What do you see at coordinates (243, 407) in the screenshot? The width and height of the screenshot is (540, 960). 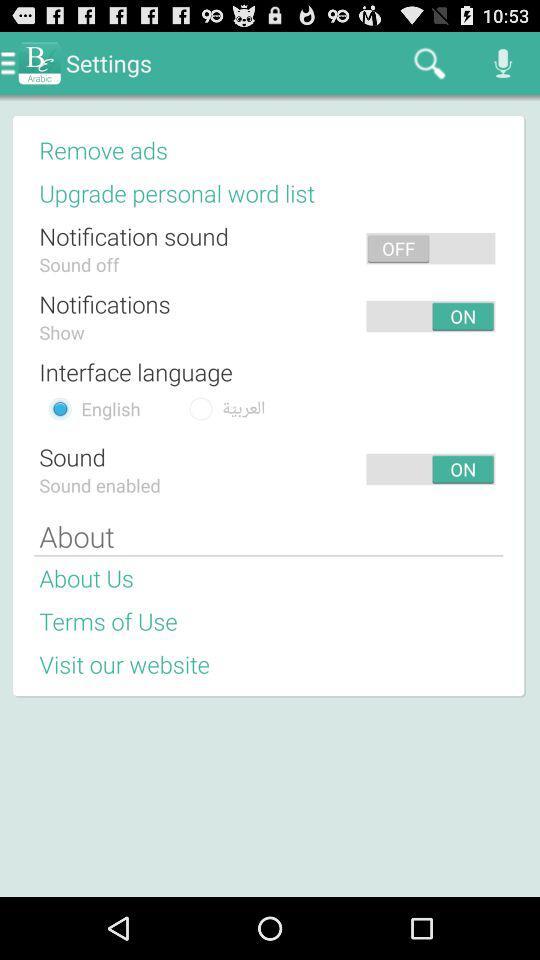 I see `the app below the interface language app` at bounding box center [243, 407].